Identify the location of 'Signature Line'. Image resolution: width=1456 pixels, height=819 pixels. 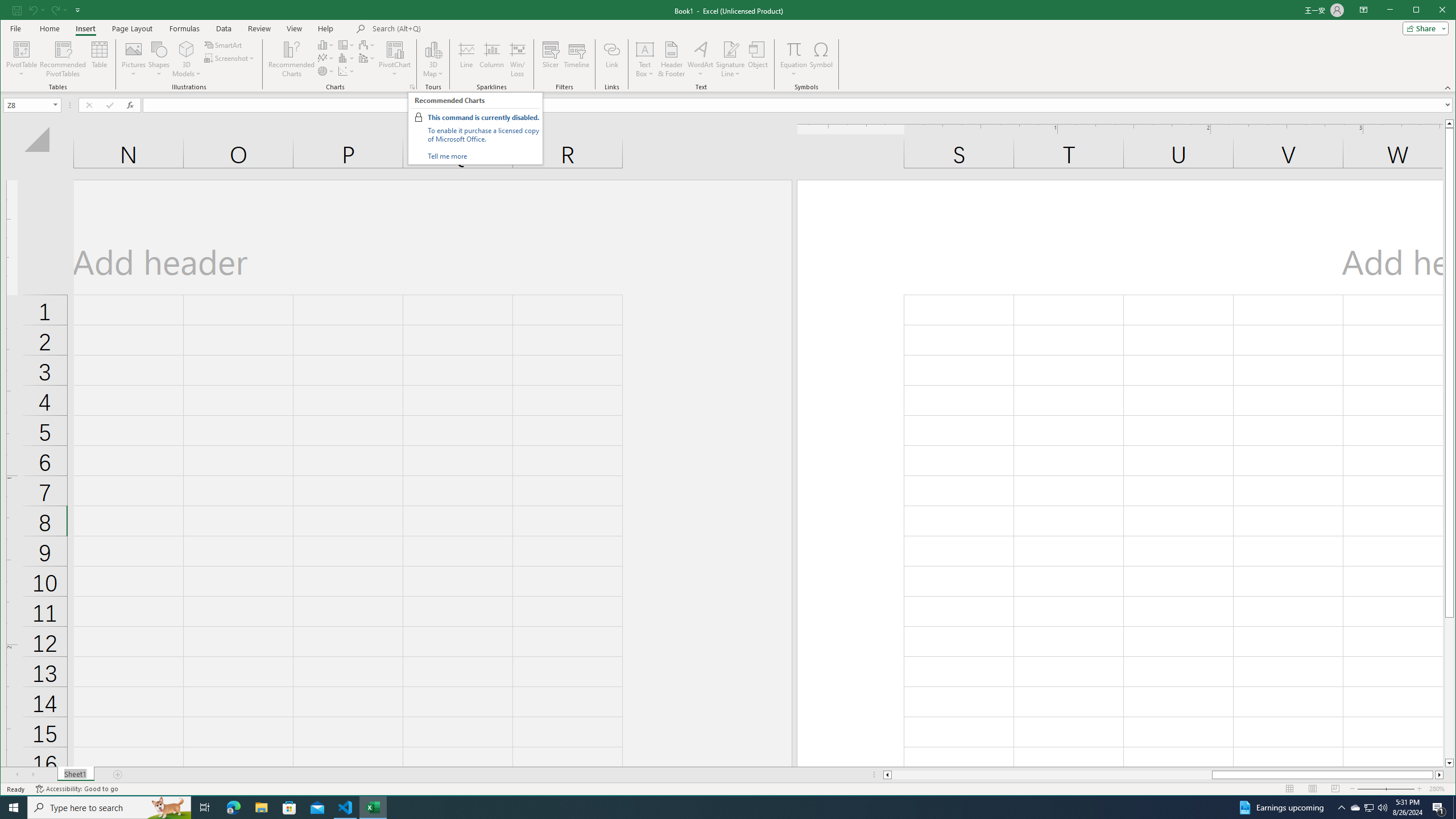
(730, 59).